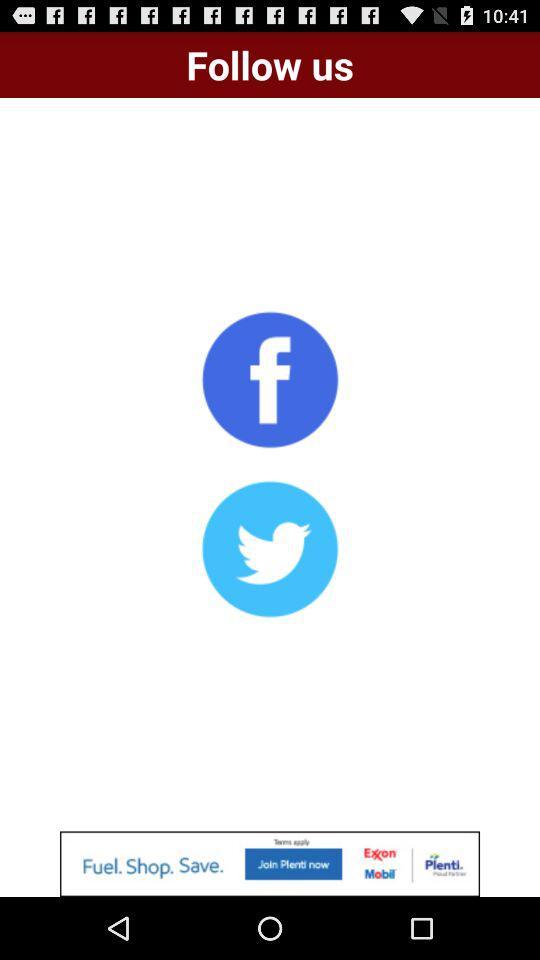 The width and height of the screenshot is (540, 960). What do you see at coordinates (270, 378) in the screenshot?
I see `open facebook` at bounding box center [270, 378].